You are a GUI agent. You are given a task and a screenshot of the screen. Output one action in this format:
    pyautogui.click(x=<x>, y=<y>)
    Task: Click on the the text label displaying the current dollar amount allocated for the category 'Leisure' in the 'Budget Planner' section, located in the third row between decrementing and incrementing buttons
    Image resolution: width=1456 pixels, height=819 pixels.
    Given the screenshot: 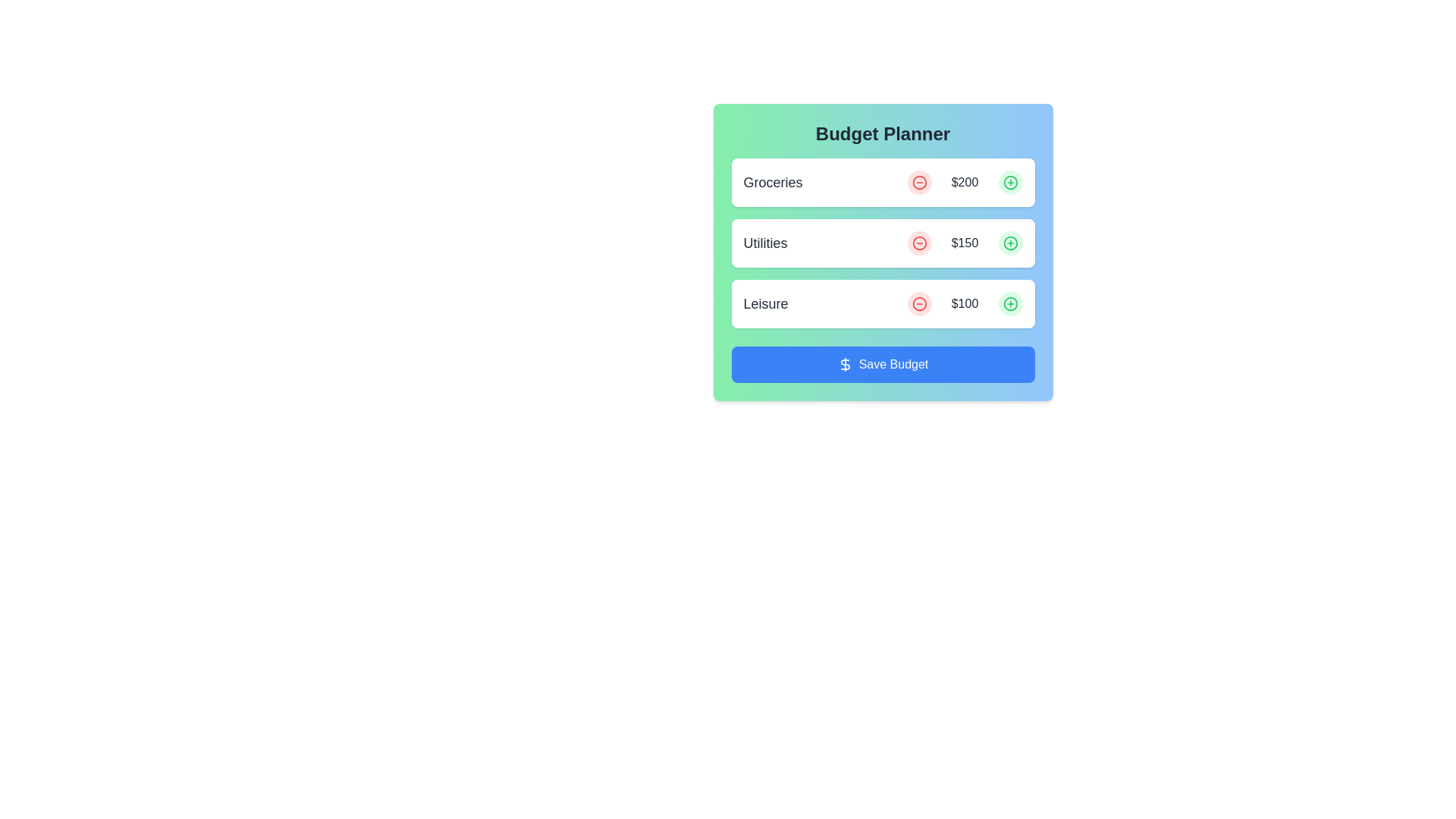 What is the action you would take?
    pyautogui.click(x=964, y=304)
    